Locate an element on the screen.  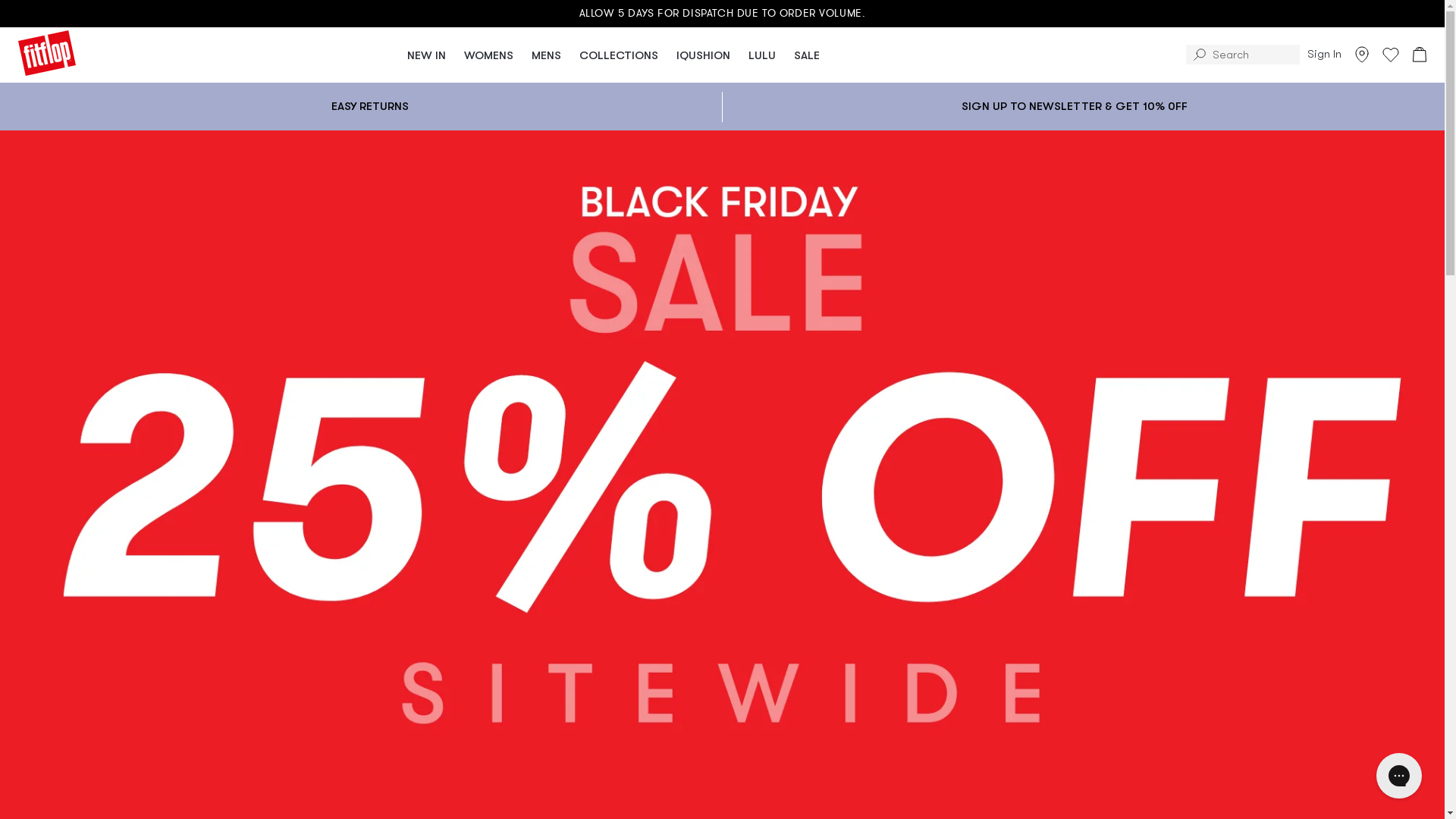
'NEW IN' is located at coordinates (397, 53).